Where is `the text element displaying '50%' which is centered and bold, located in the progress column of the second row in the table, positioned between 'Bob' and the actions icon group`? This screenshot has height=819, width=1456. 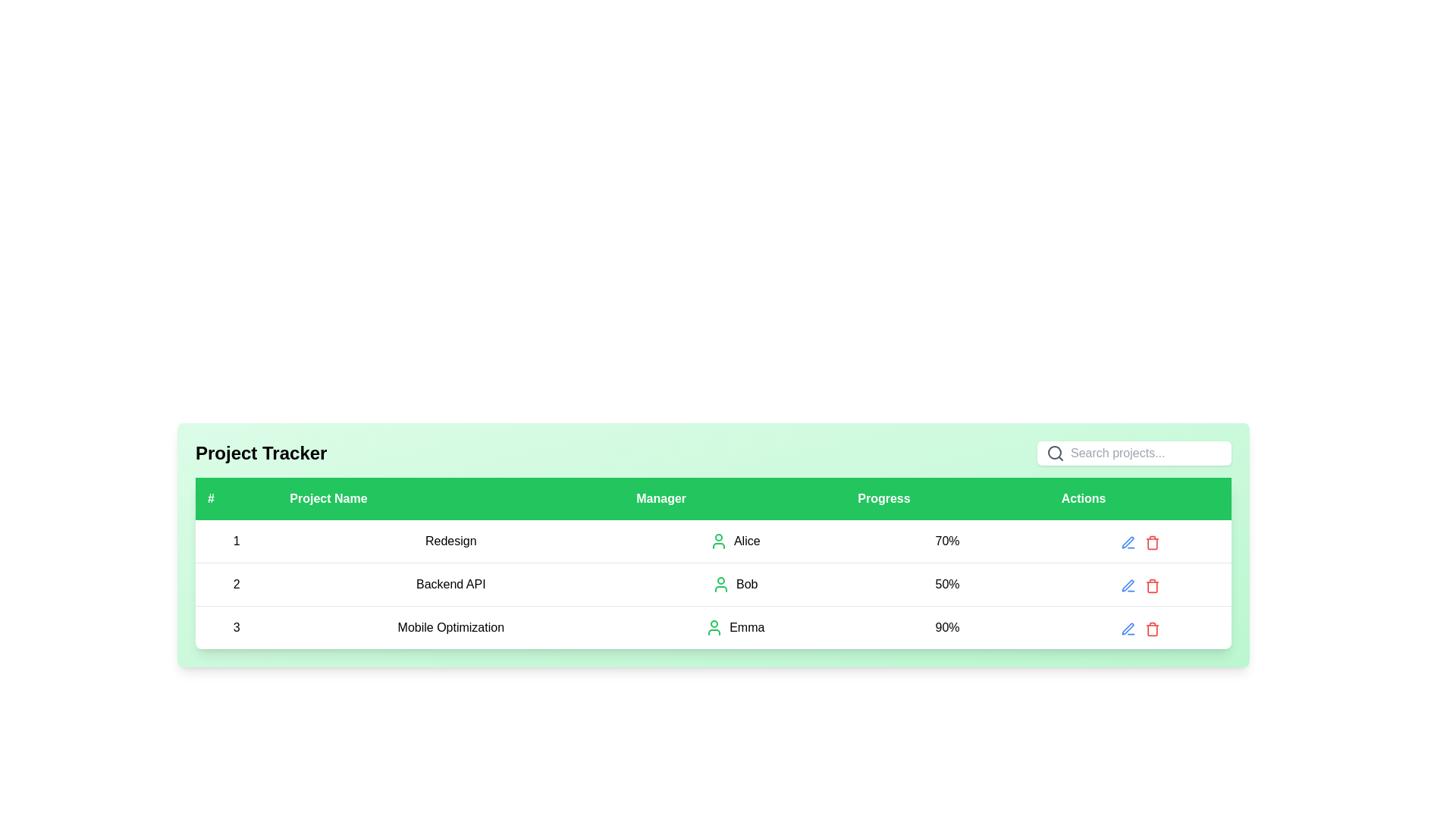
the text element displaying '50%' which is centered and bold, located in the progress column of the second row in the table, positioned between 'Bob' and the actions icon group is located at coordinates (946, 584).